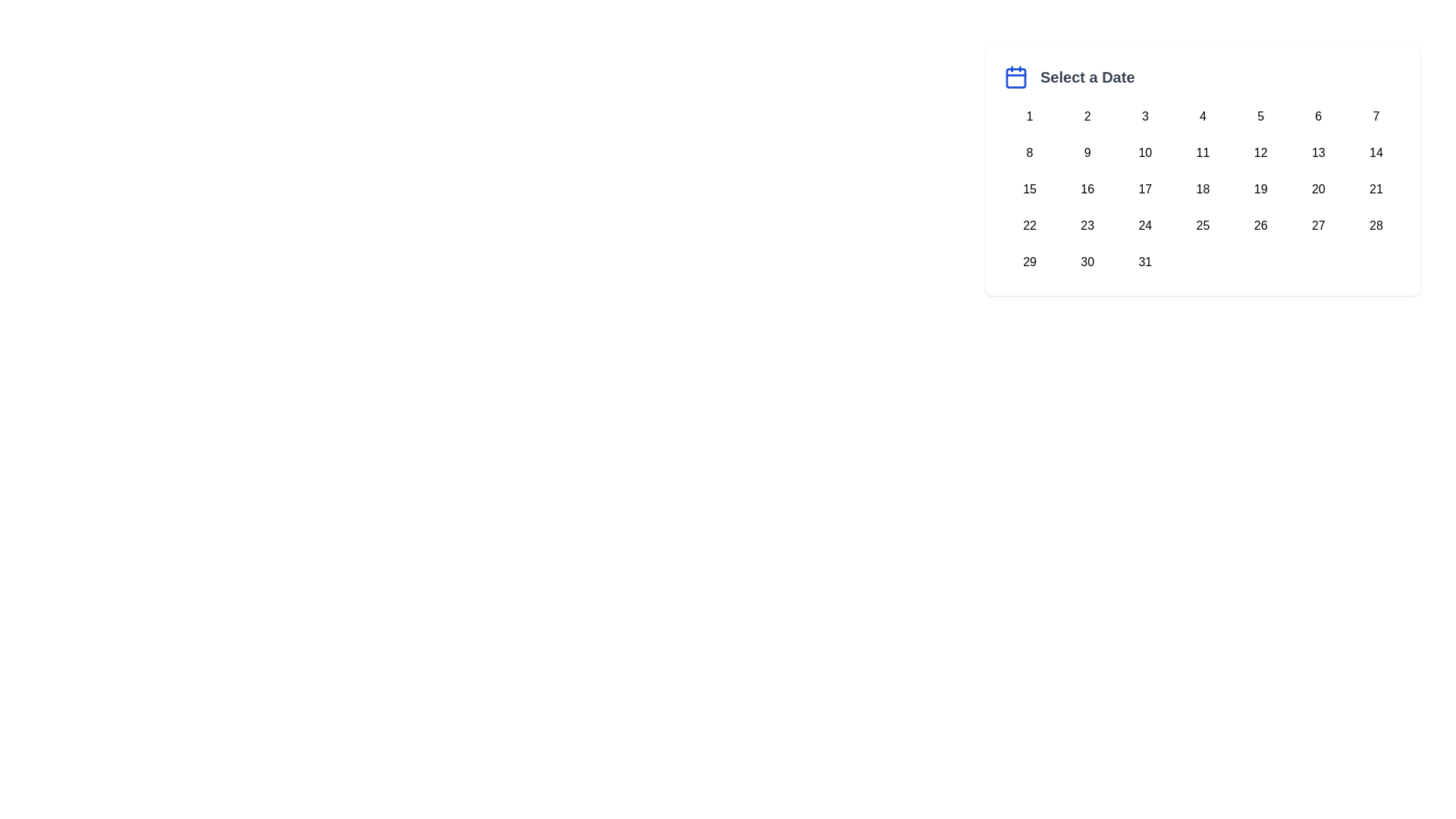 The image size is (1456, 819). What do you see at coordinates (1087, 189) in the screenshot?
I see `the interactive button displaying the number '16'` at bounding box center [1087, 189].